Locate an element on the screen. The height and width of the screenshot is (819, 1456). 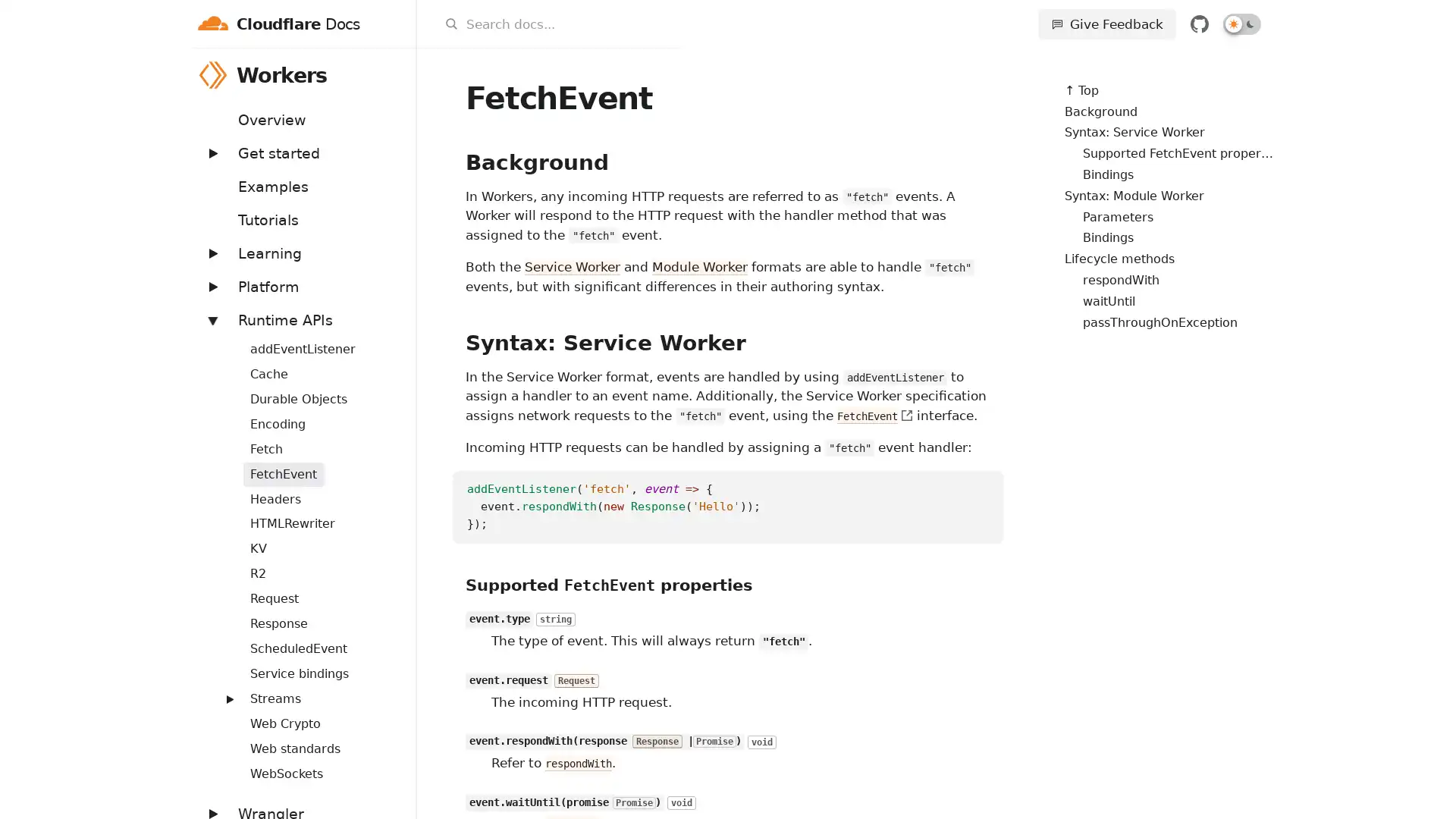
Expand: Workers Sites is located at coordinates (221, 690).